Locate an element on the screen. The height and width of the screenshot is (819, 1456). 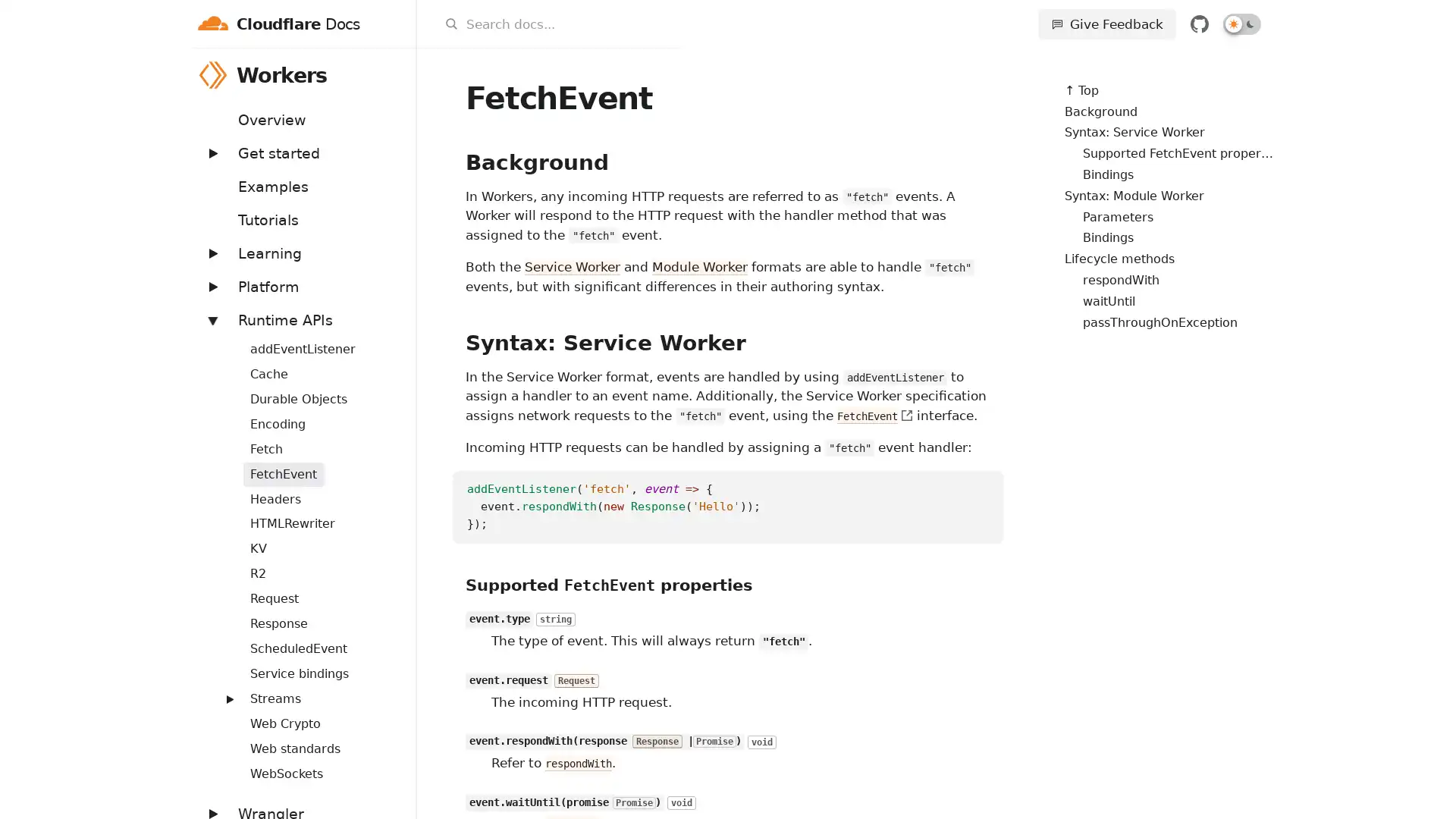
Expand: Workers Sites is located at coordinates (221, 690).